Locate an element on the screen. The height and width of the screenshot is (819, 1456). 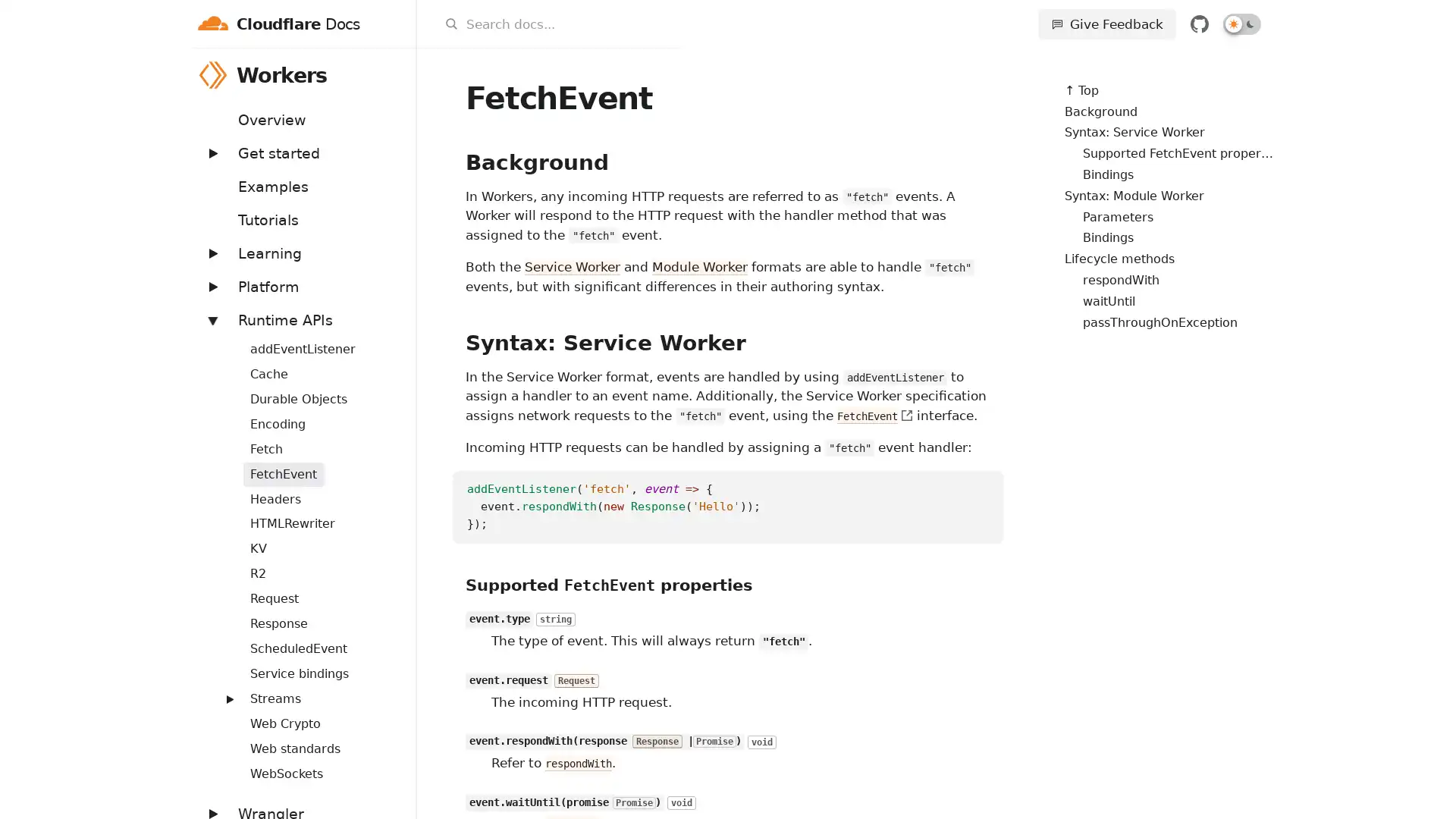
Expand: Workers Sites is located at coordinates (221, 690).